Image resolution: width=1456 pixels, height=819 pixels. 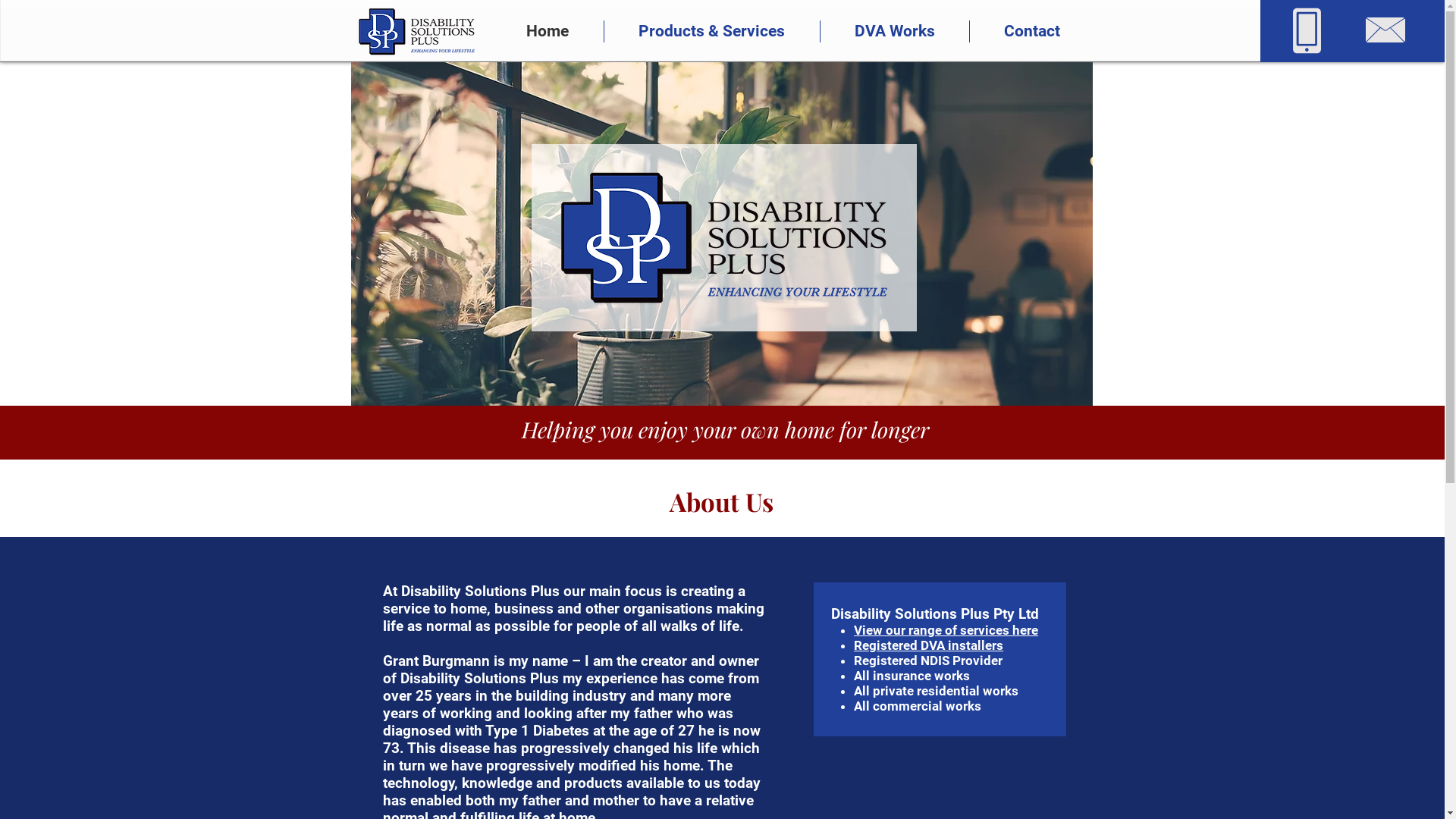 What do you see at coordinates (965, 629) in the screenshot?
I see `'ur range of services here'` at bounding box center [965, 629].